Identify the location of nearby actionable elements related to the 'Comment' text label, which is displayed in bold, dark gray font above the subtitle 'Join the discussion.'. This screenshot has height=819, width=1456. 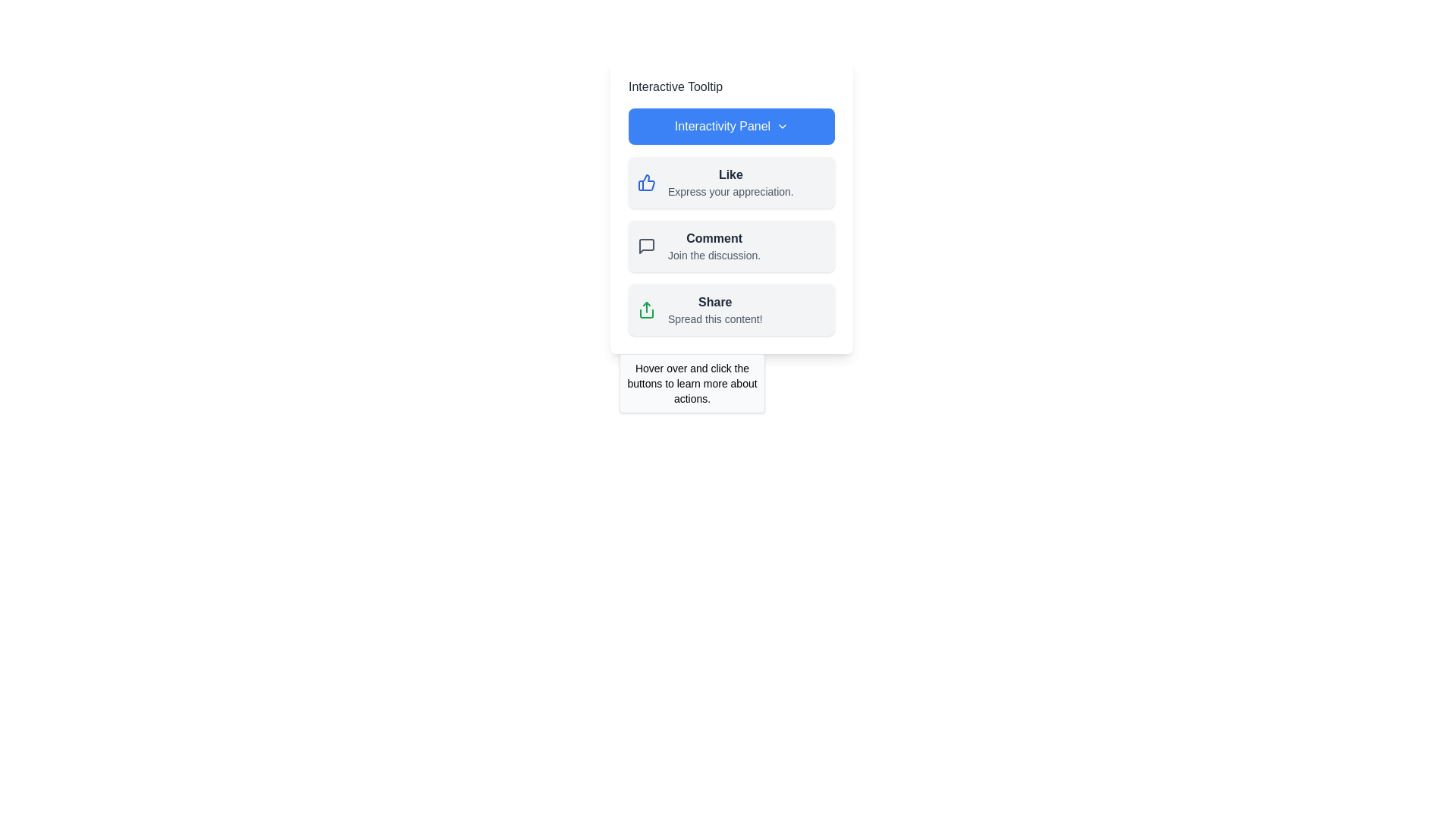
(714, 239).